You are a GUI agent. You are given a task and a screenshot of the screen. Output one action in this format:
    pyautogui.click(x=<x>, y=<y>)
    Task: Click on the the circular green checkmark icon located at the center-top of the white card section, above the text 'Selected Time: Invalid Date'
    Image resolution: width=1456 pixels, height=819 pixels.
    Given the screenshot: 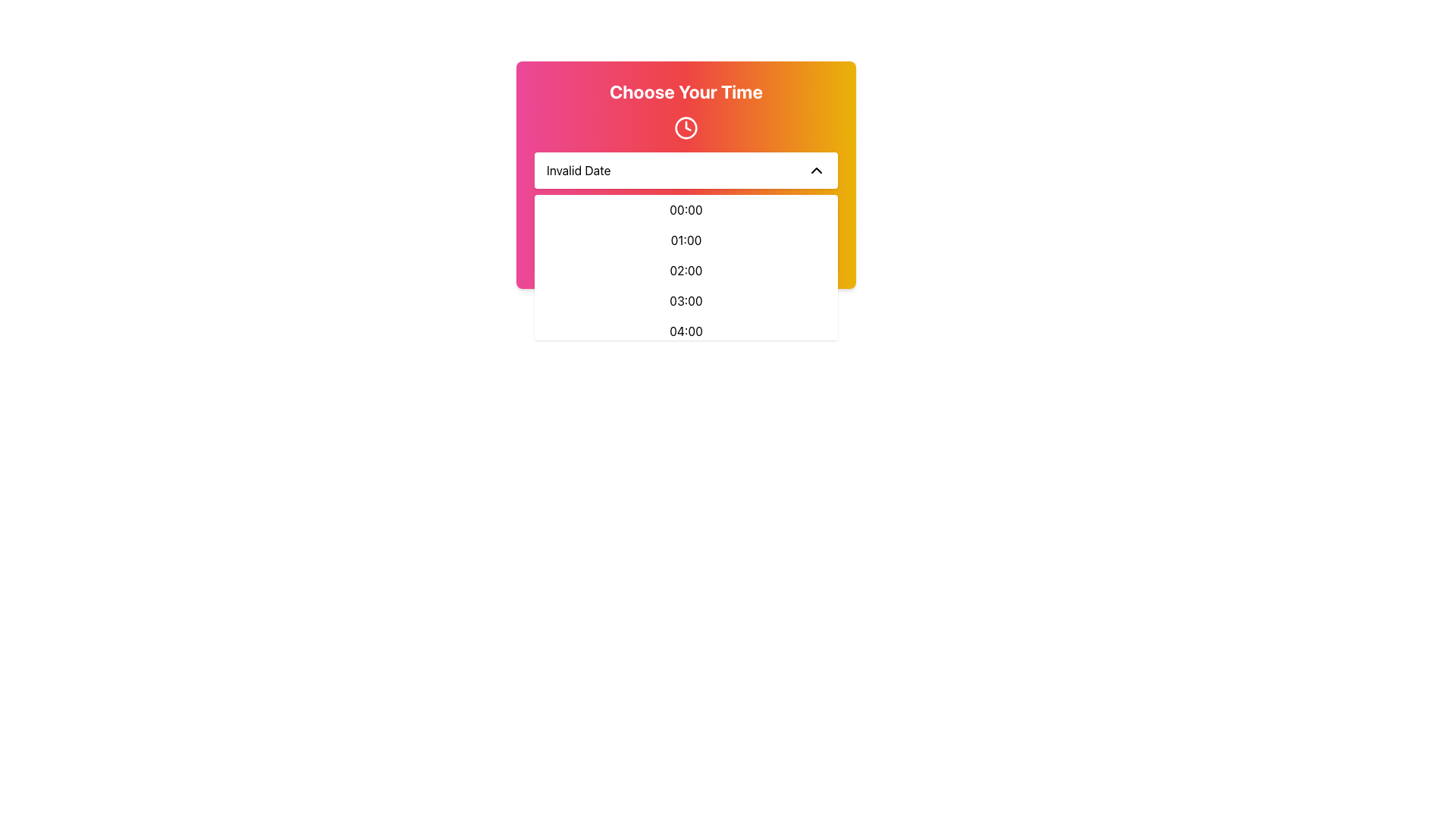 What is the action you would take?
    pyautogui.click(x=686, y=222)
    